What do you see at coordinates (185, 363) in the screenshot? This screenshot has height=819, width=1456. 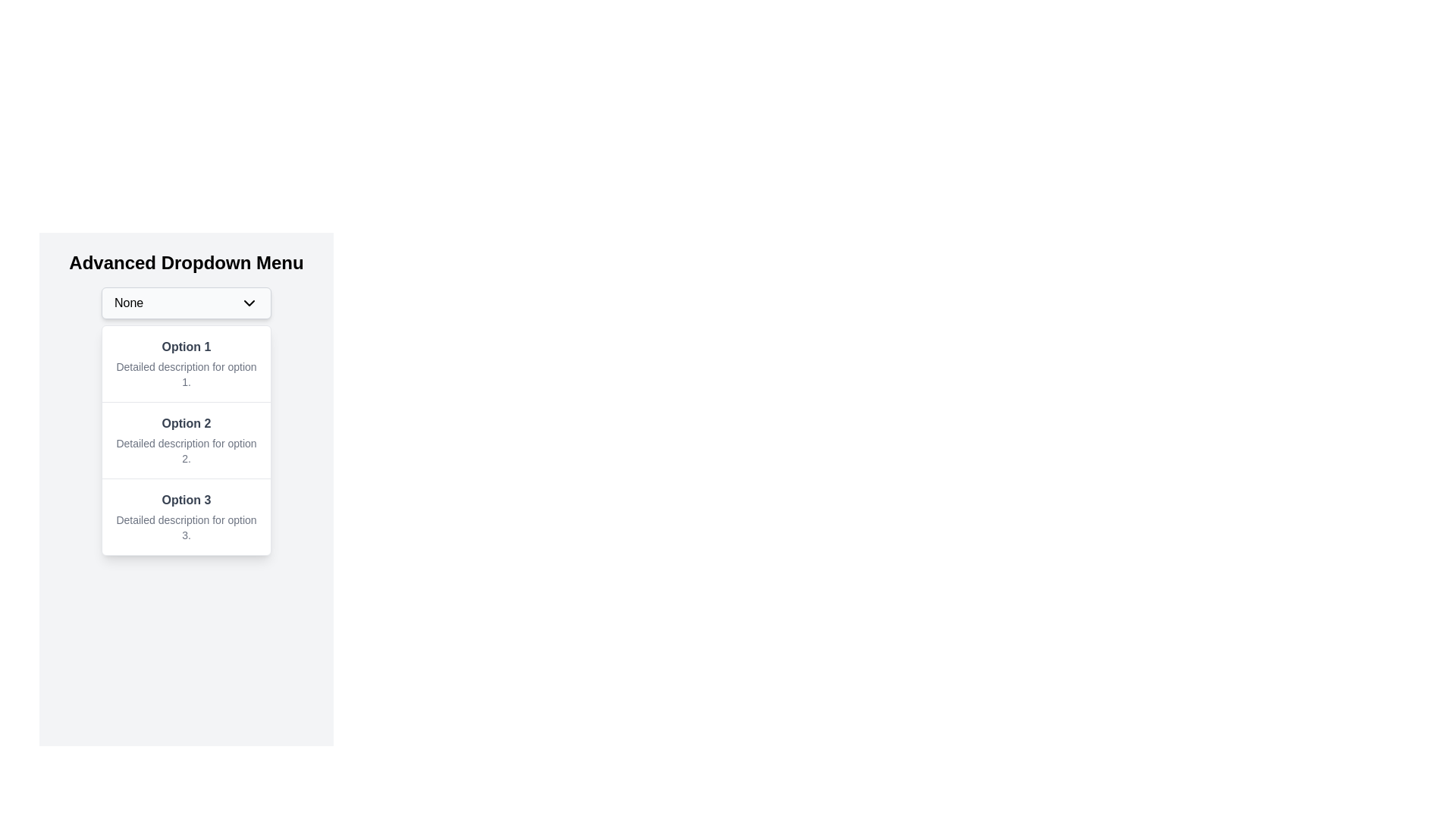 I see `the first selectable option in the dropdown menu labeled 'Option 1'` at bounding box center [185, 363].